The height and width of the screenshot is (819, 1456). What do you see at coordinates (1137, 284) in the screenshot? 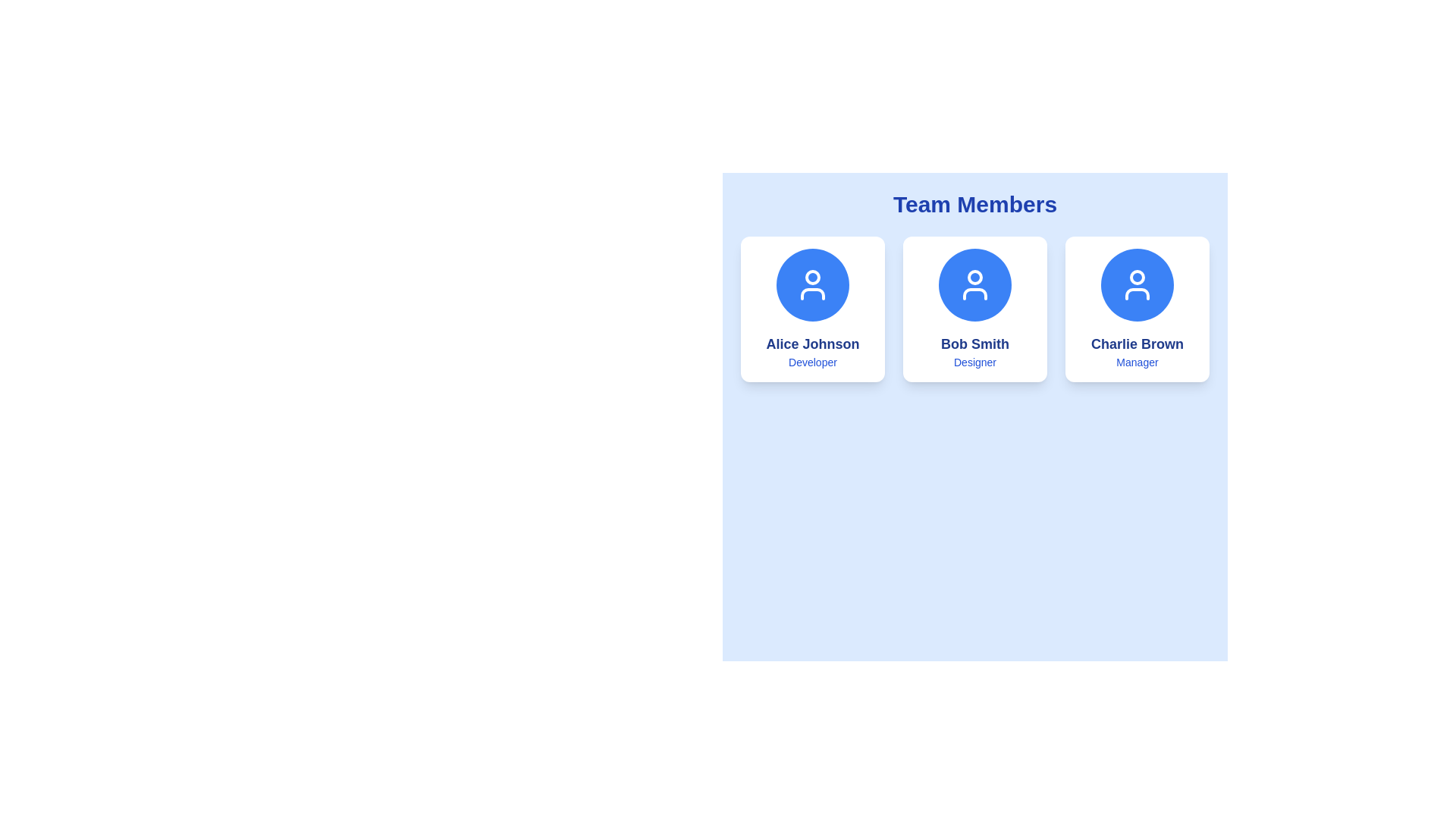
I see `the user profile icon for 'Charlie Brown', which is centrally aligned at the top of his card, positioned above the text sections displaying his name and role as 'Manager'` at bounding box center [1137, 284].